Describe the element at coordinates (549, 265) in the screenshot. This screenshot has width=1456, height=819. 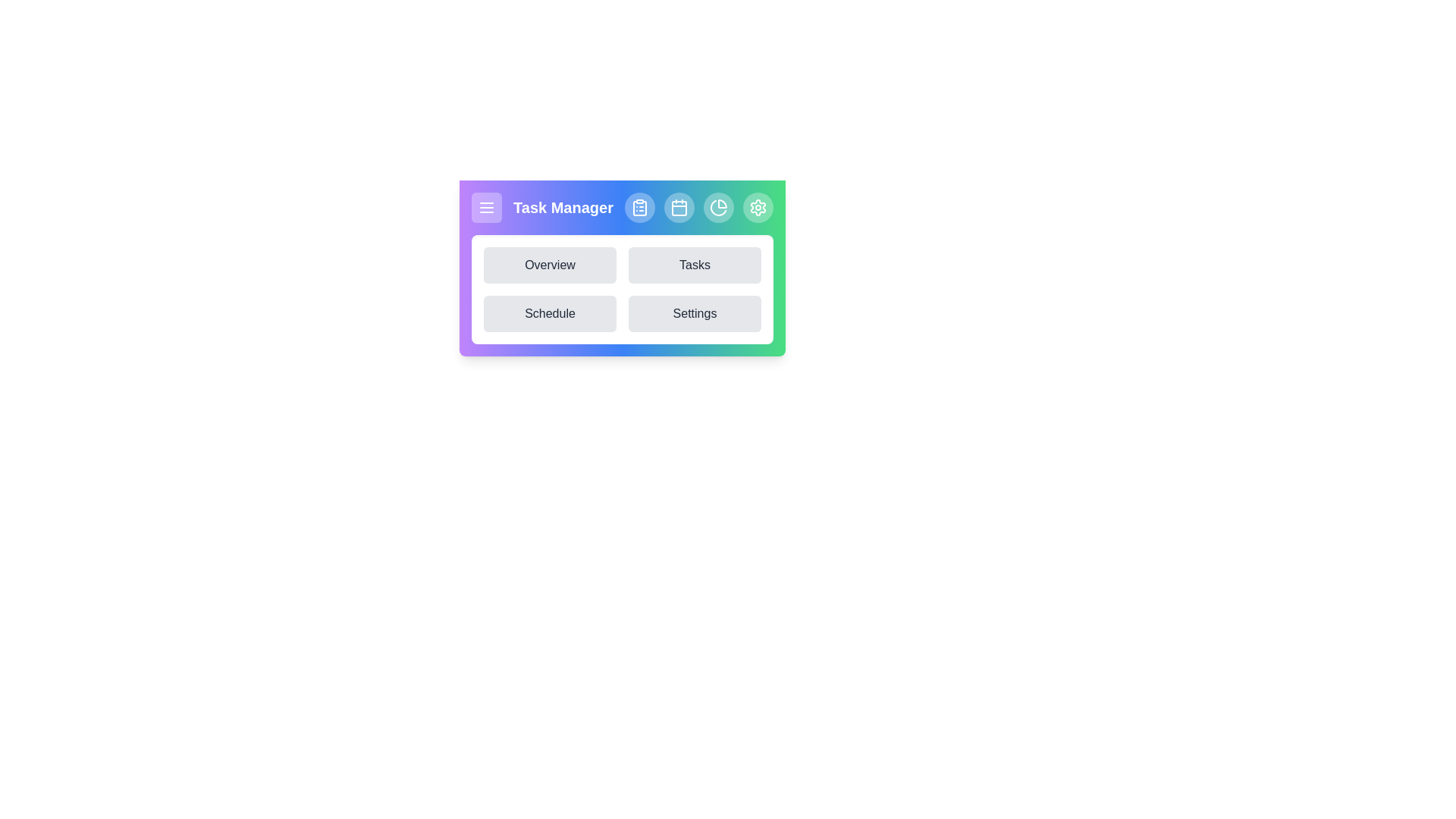
I see `the button labeled Overview to observe visual feedback` at that location.